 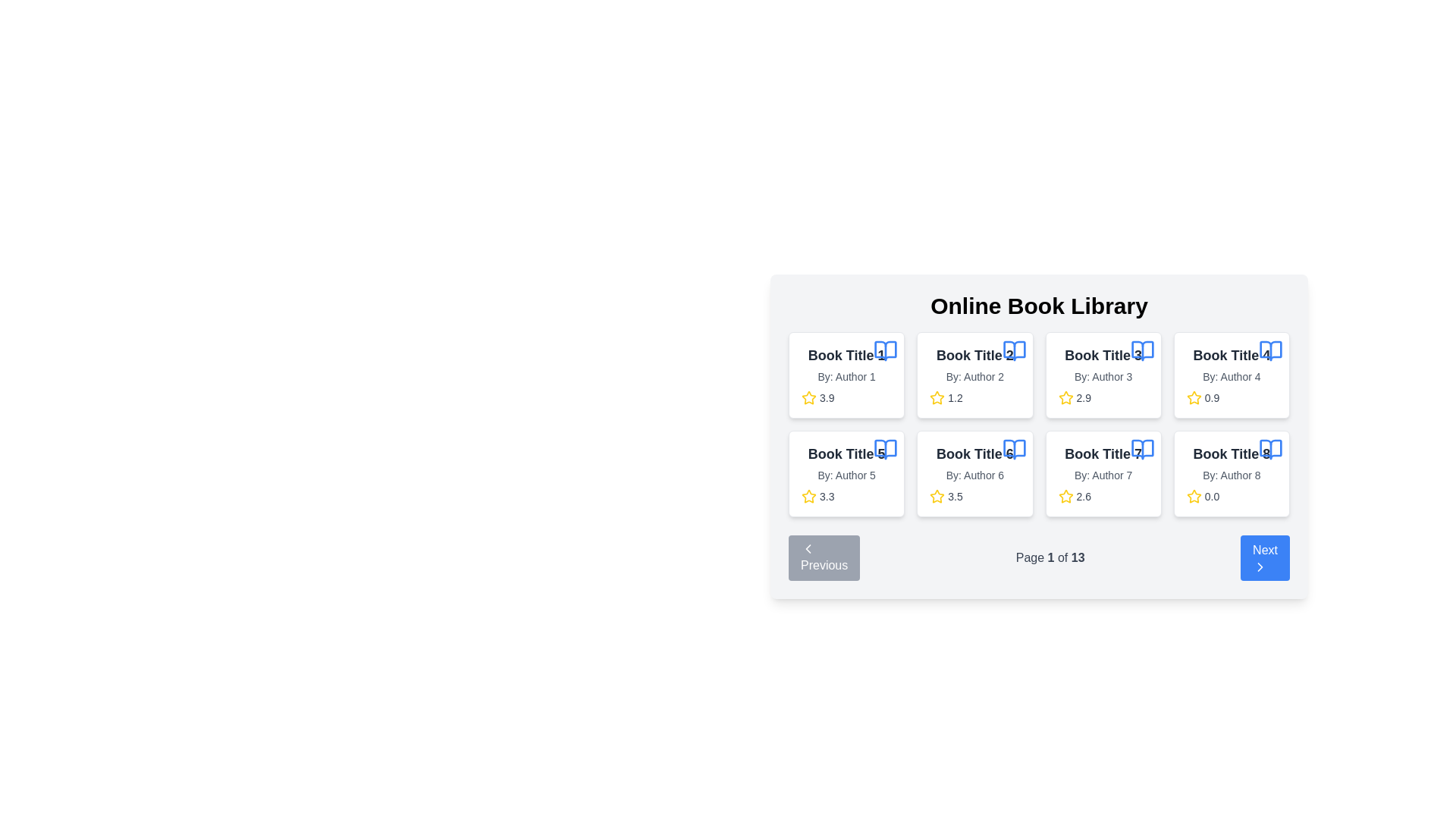 I want to click on the book-related icon located in the top-right corner of the card containing 'Book Title 5' and 'By: Author 5' for actions, so click(x=885, y=449).